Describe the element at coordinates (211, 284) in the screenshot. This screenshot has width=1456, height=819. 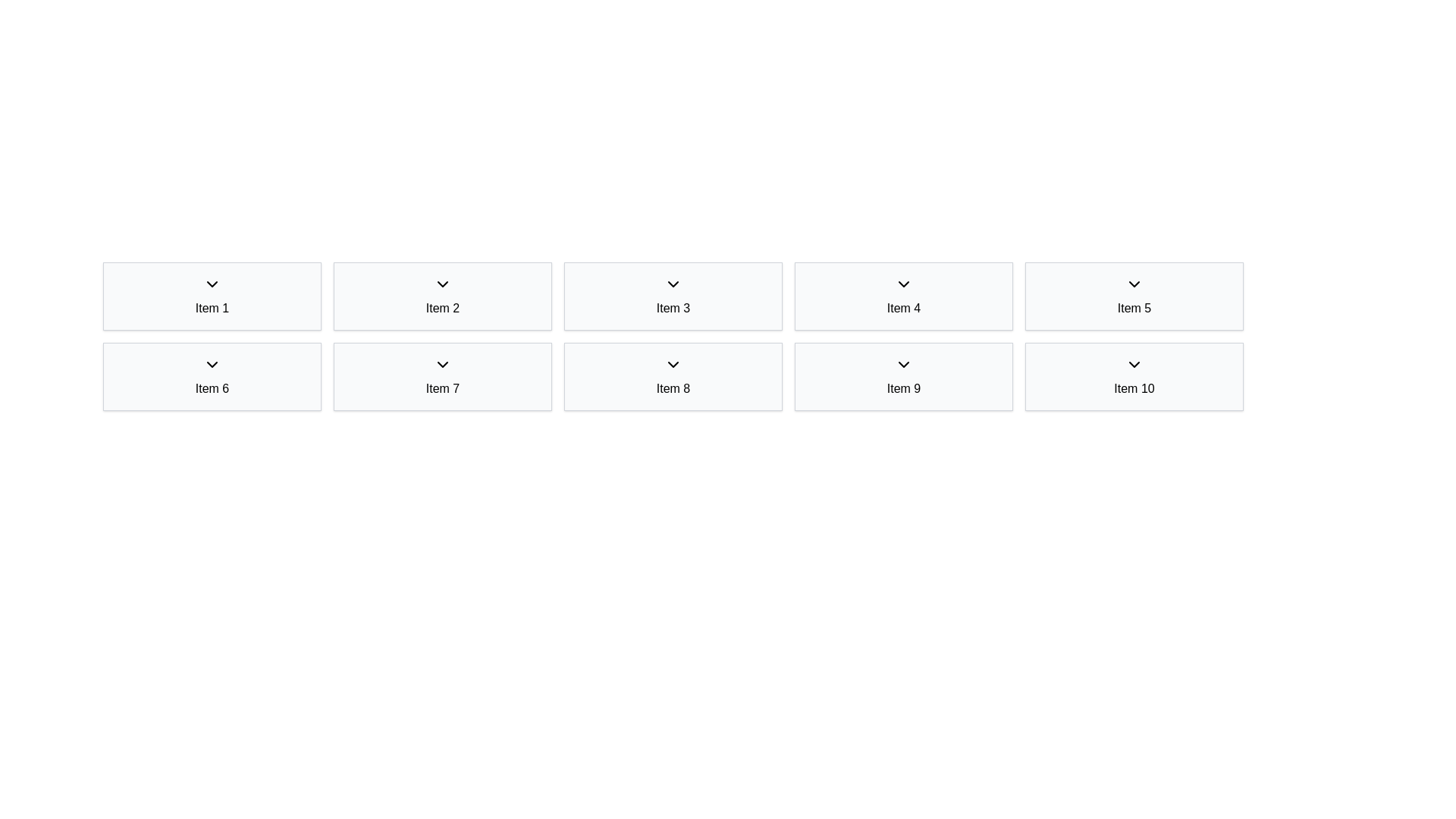
I see `the dropdown indicator icon located at the top-left corner of the grid layout, which serves` at that location.